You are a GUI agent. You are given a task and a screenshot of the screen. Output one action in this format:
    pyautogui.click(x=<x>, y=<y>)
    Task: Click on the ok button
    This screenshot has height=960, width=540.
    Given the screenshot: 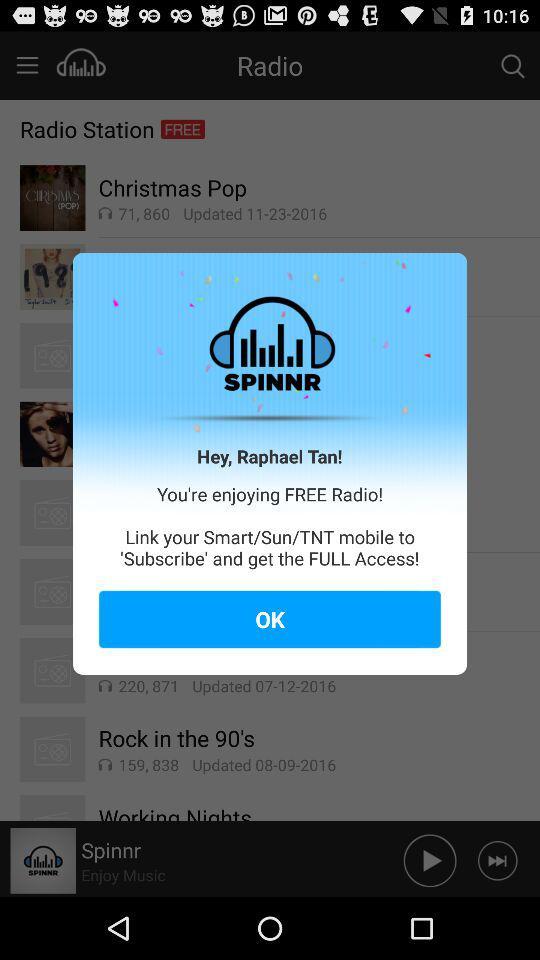 What is the action you would take?
    pyautogui.click(x=270, y=618)
    